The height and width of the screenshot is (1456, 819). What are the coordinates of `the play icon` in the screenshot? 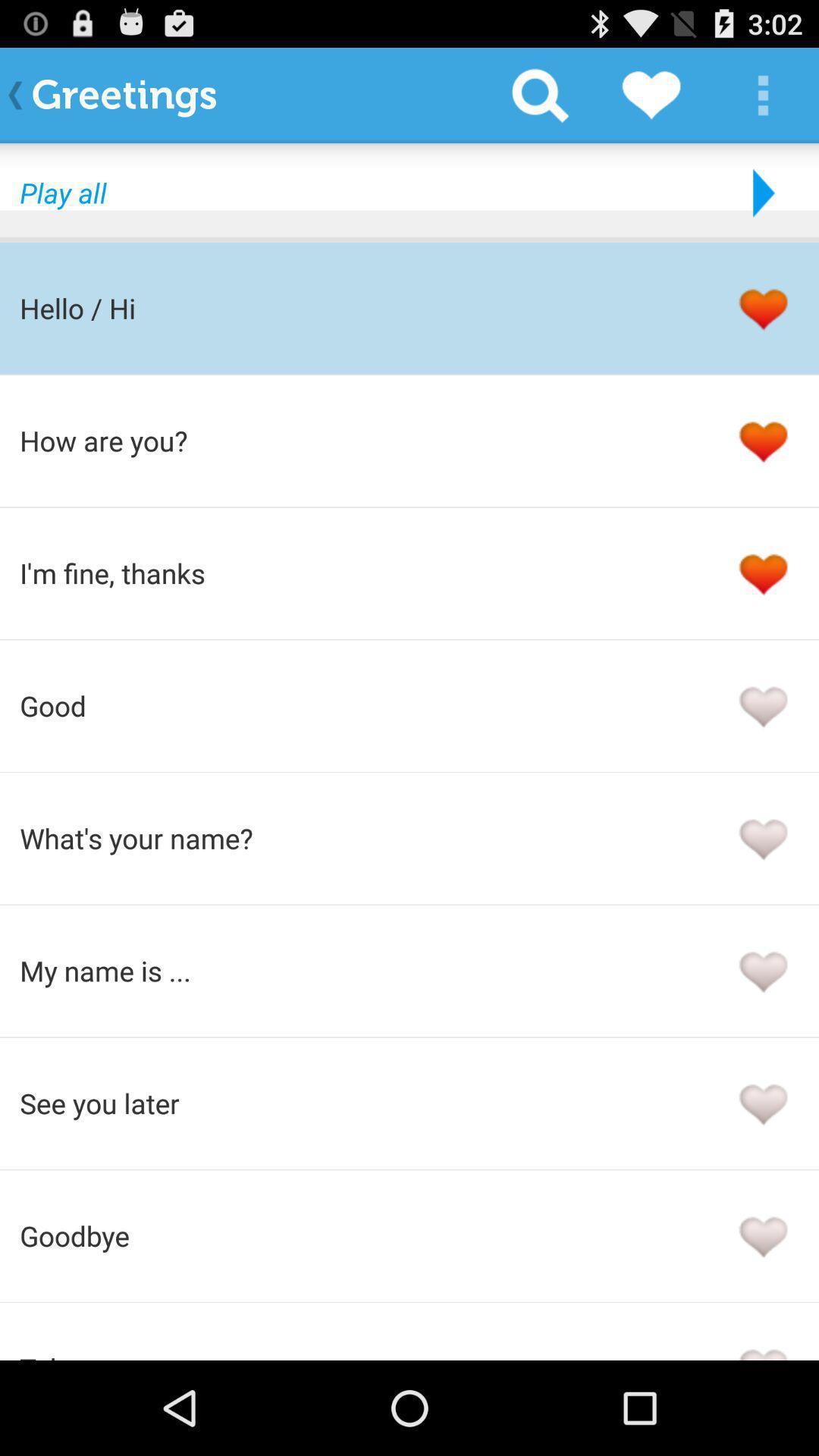 It's located at (760, 206).